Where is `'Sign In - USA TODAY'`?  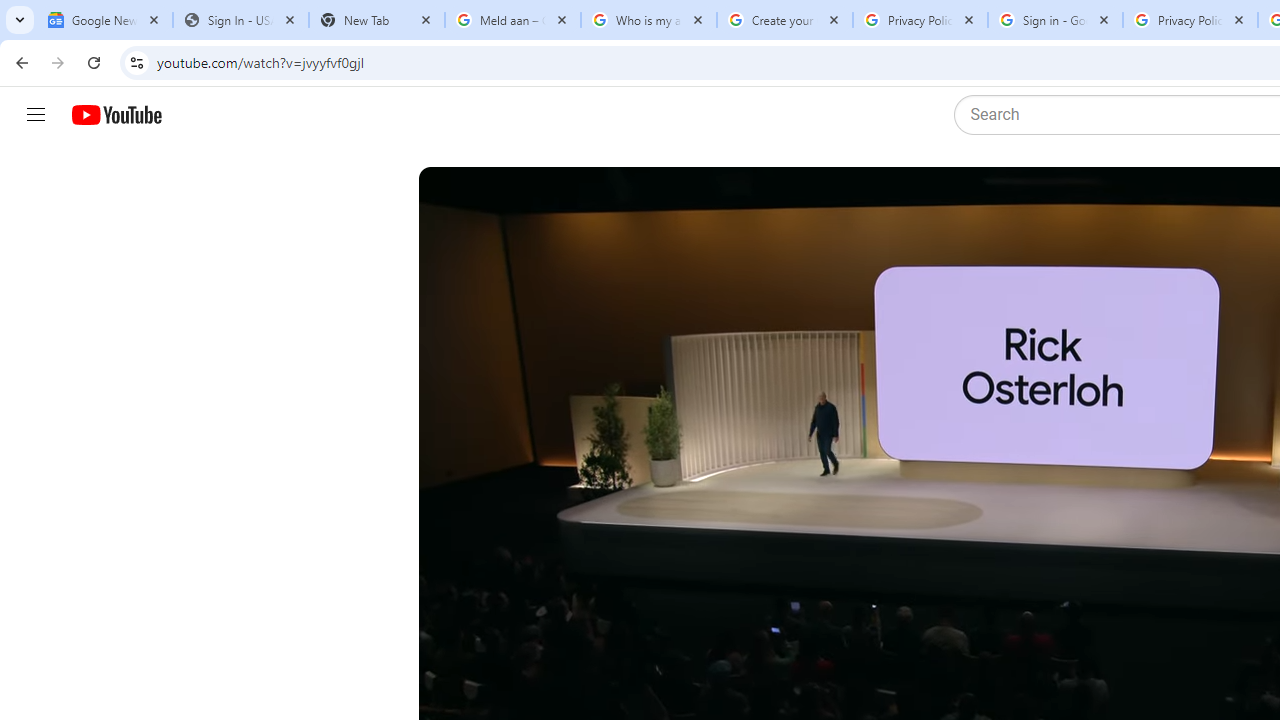
'Sign In - USA TODAY' is located at coordinates (240, 20).